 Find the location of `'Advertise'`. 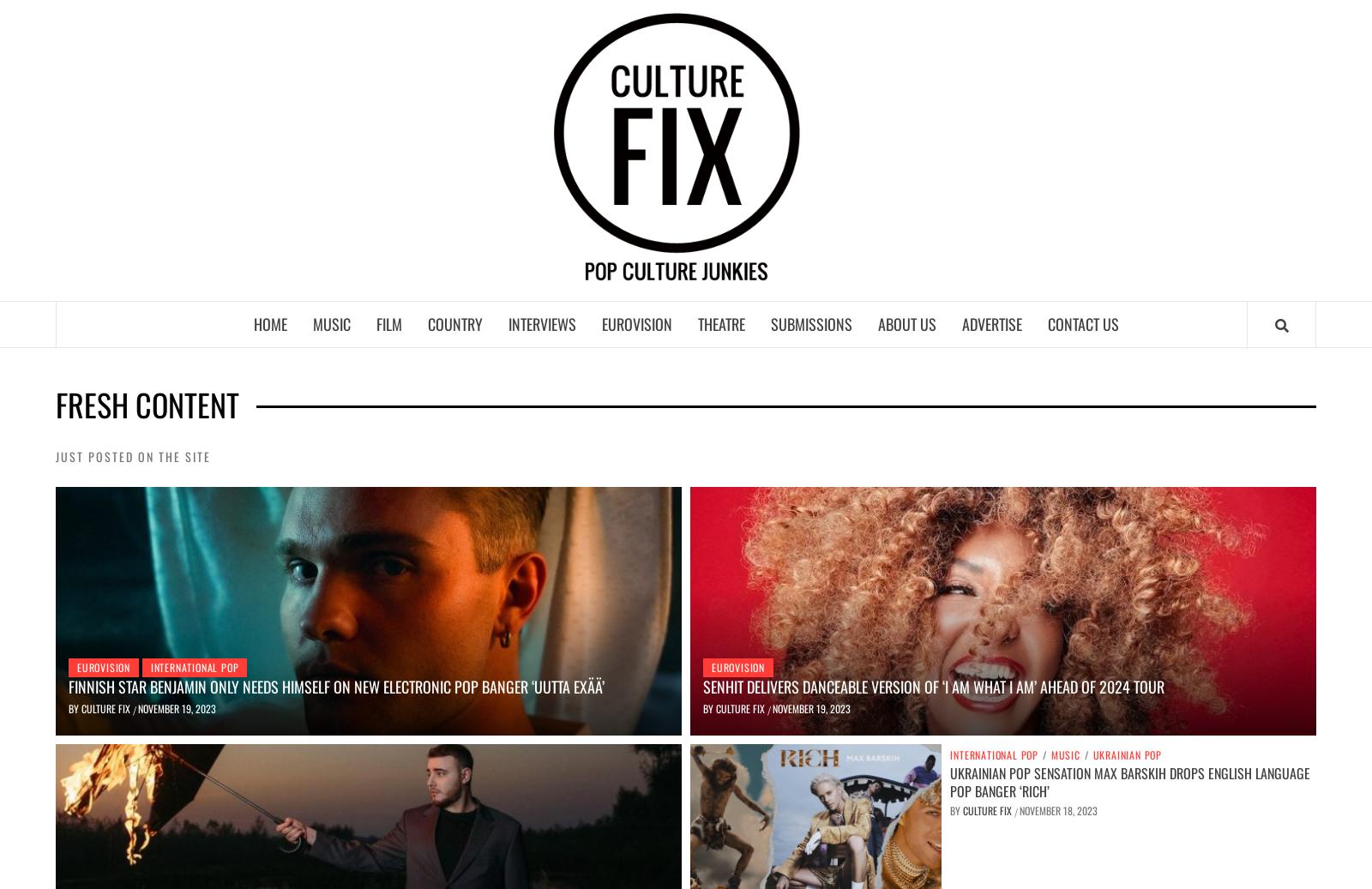

'Advertise' is located at coordinates (960, 322).